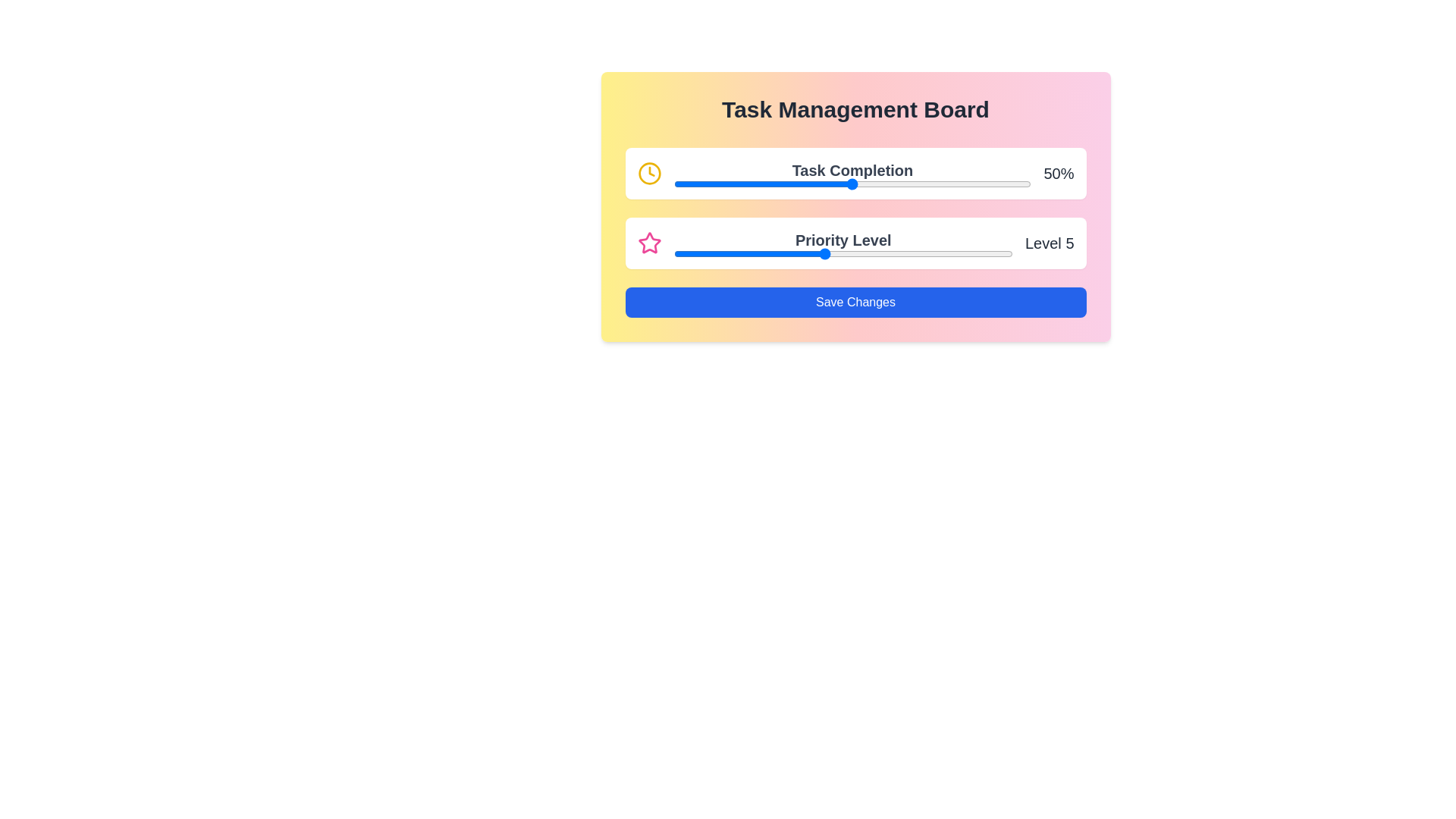 The height and width of the screenshot is (819, 1456). Describe the element at coordinates (816, 184) in the screenshot. I see `the task completion slider` at that location.